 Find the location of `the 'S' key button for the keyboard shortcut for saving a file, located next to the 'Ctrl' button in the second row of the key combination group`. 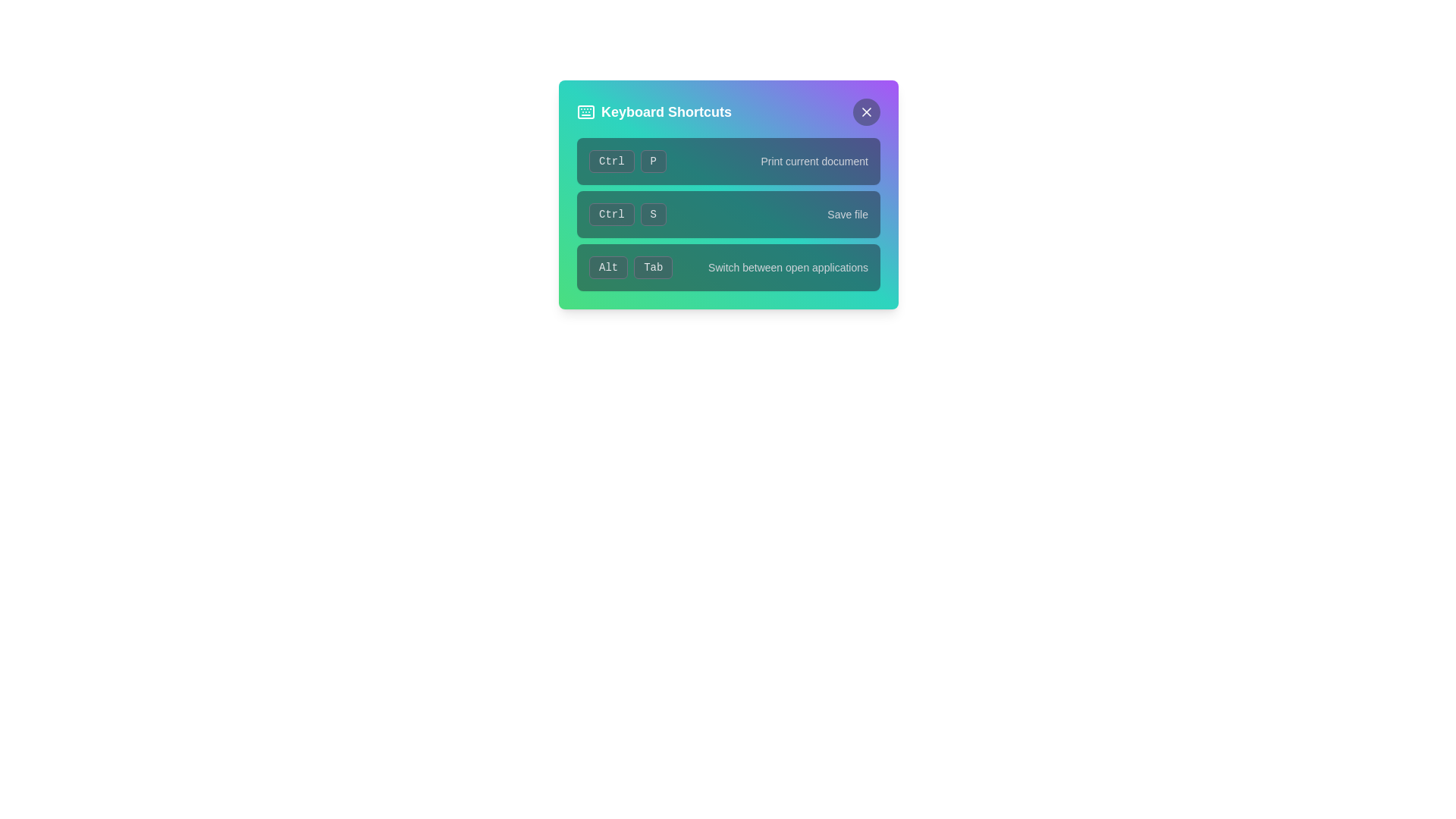

the 'S' key button for the keyboard shortcut for saving a file, located next to the 'Ctrl' button in the second row of the key combination group is located at coordinates (653, 214).